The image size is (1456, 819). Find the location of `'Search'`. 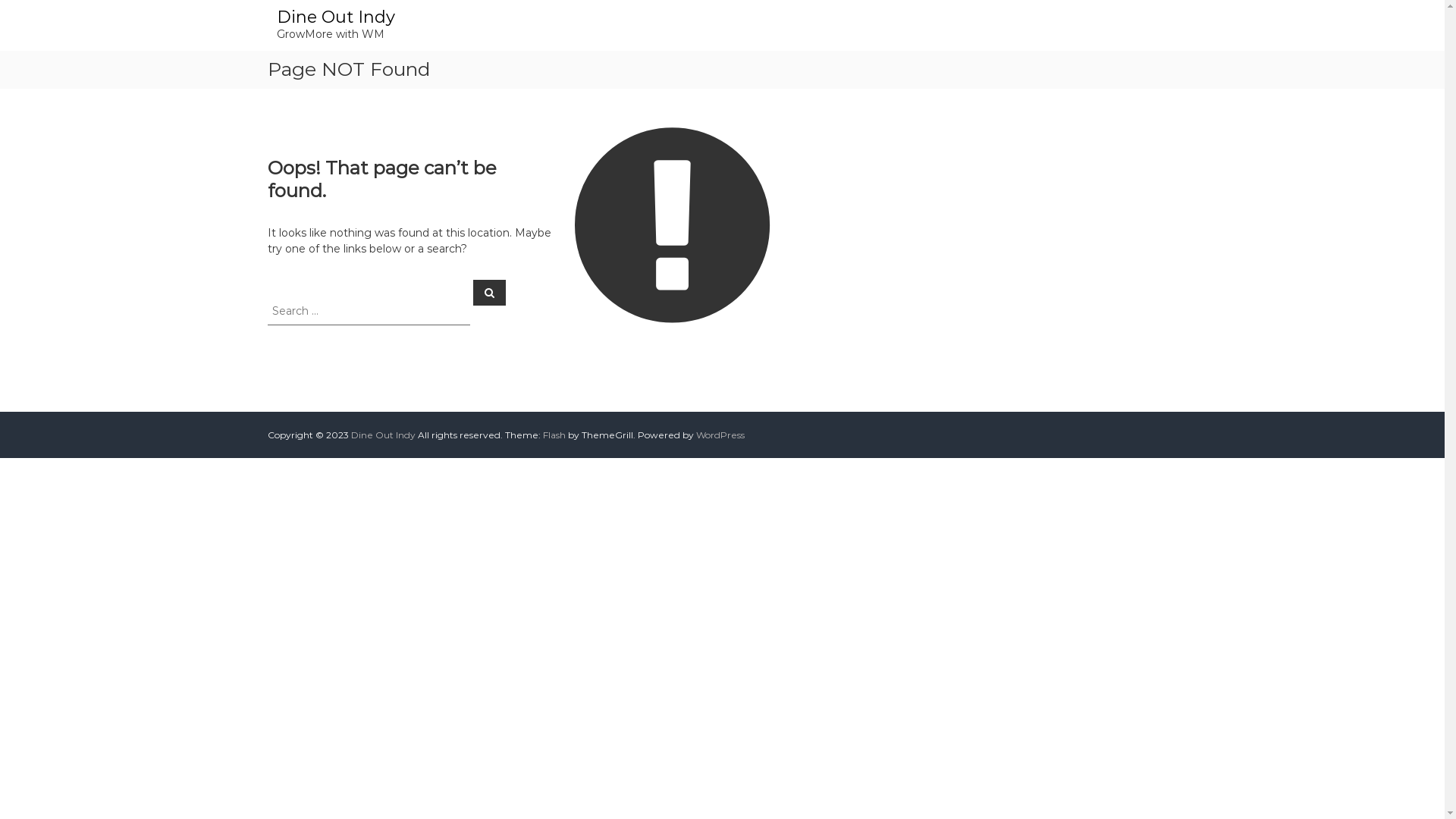

'Search' is located at coordinates (489, 292).